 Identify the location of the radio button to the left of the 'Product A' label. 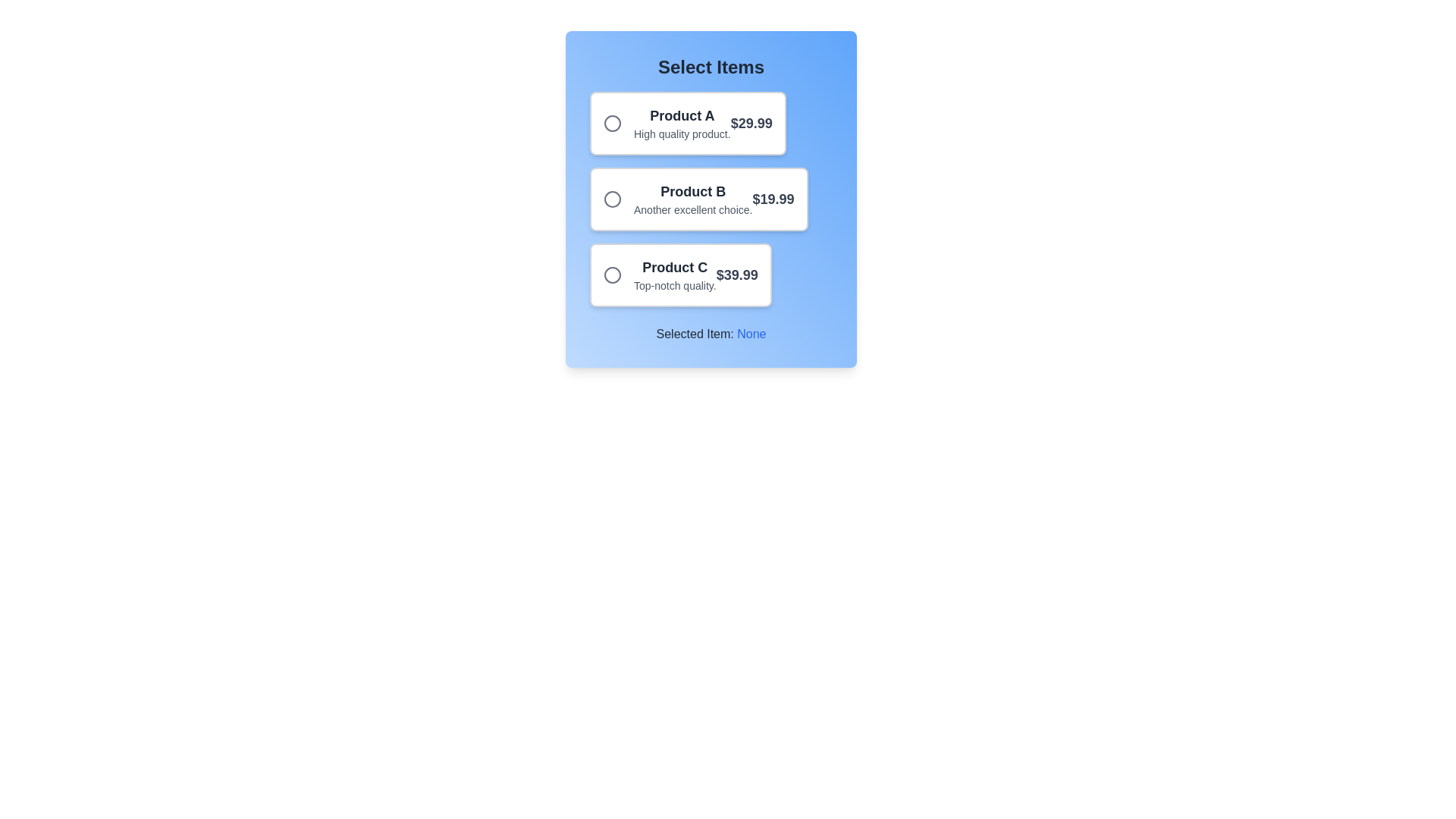
(612, 122).